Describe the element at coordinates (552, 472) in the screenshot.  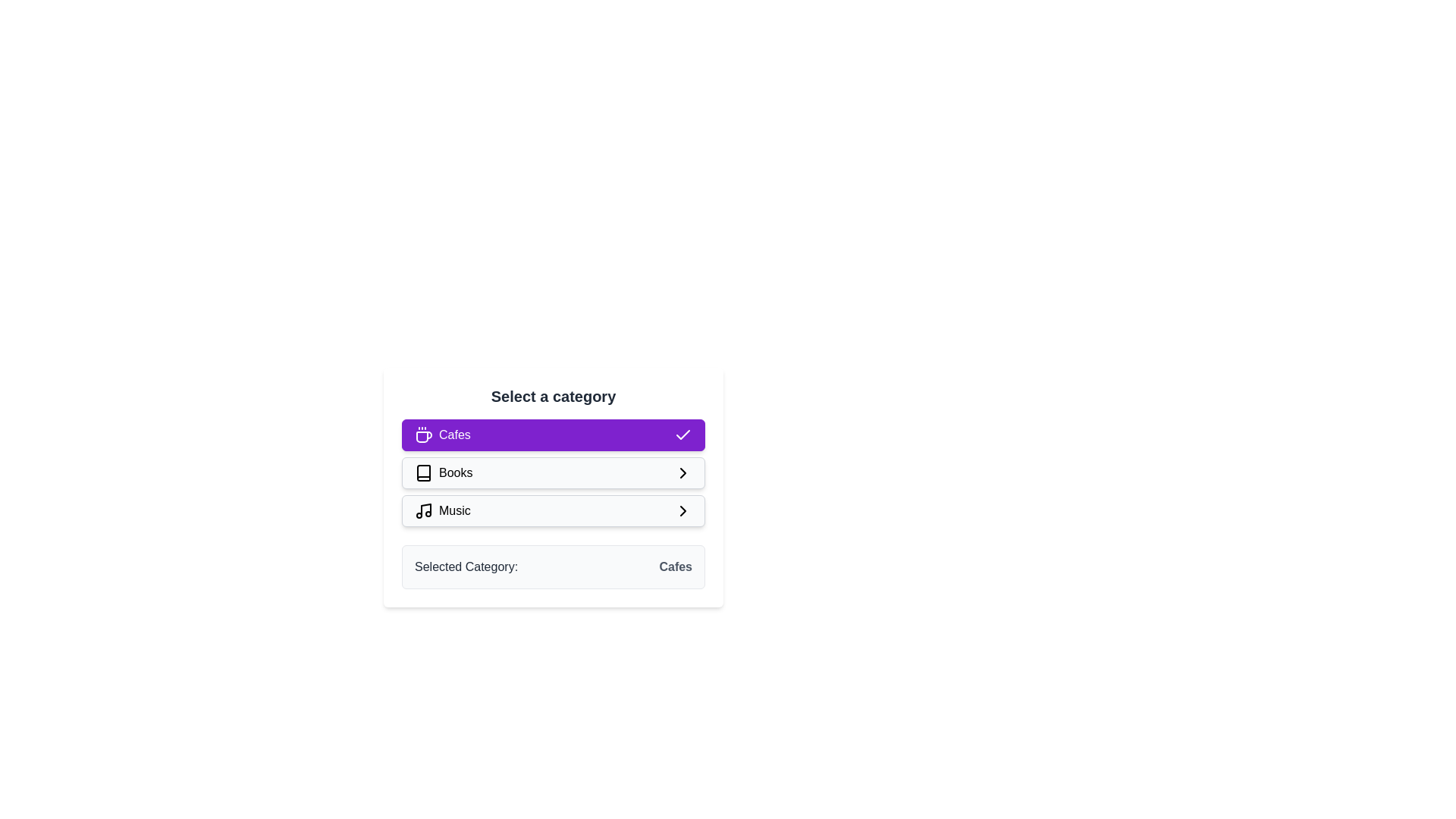
I see `the 'Books' category selection button` at that location.